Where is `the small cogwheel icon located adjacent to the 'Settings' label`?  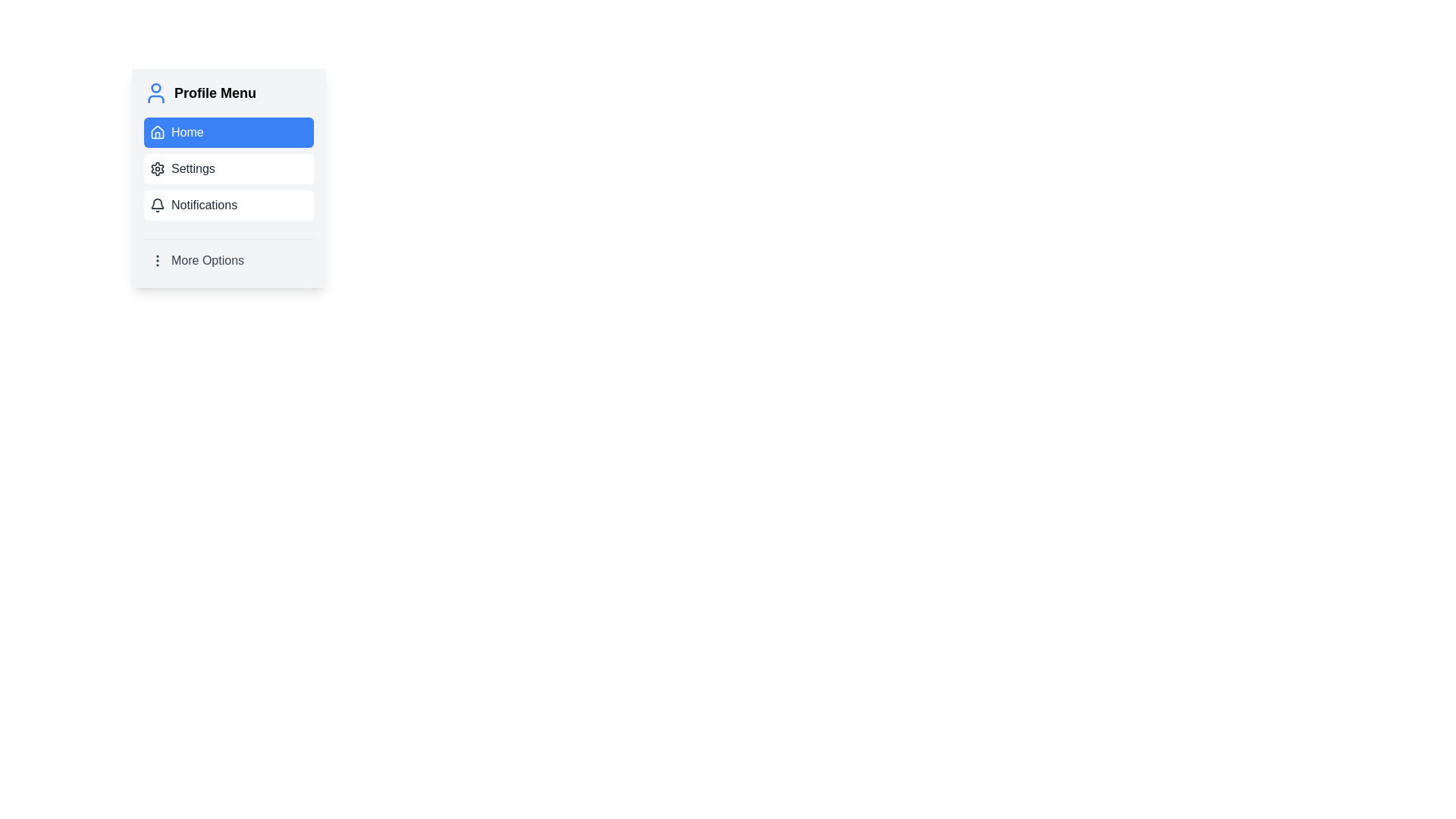
the small cogwheel icon located adjacent to the 'Settings' label is located at coordinates (157, 169).